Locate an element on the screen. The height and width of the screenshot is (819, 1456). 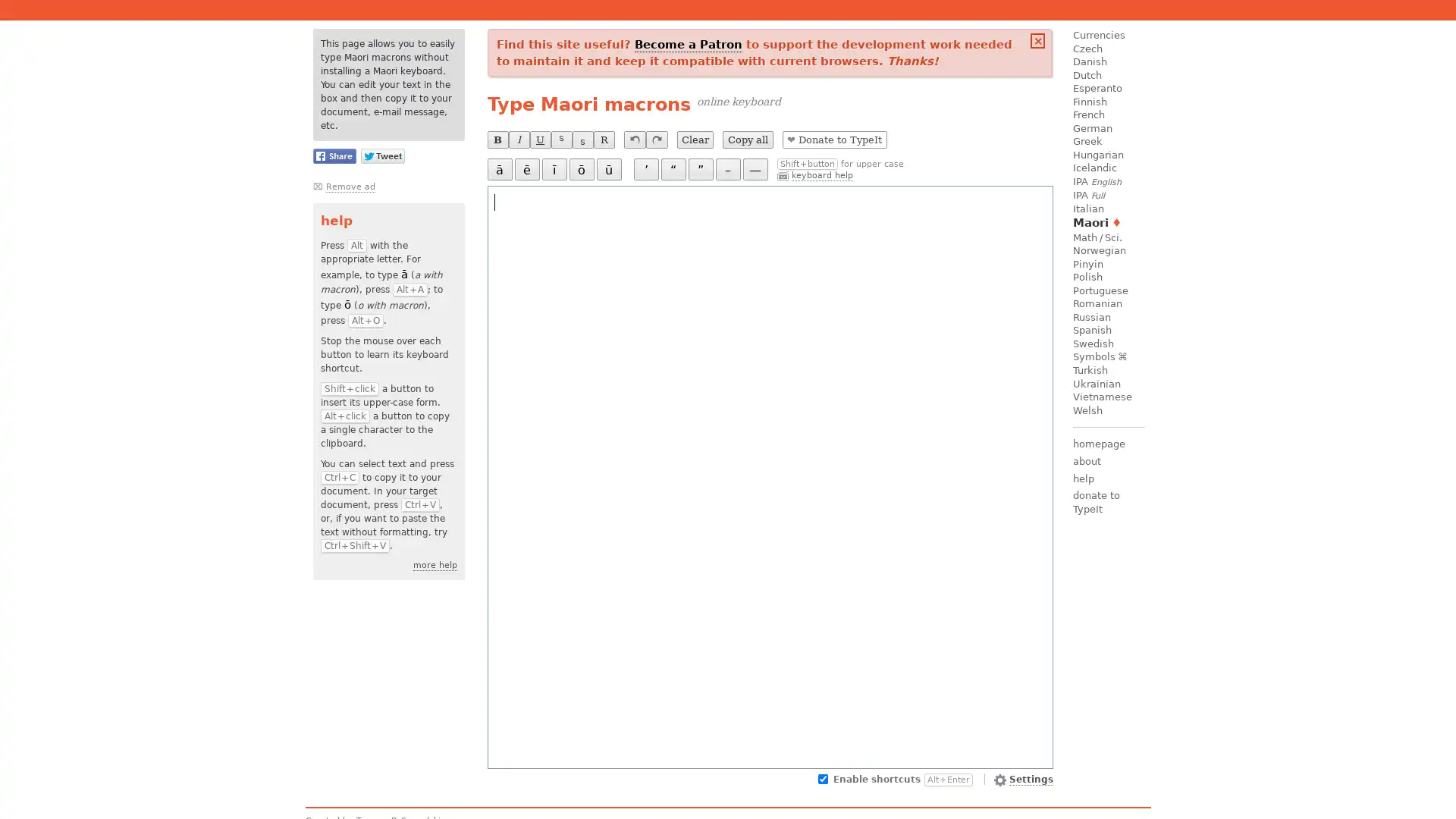
S is located at coordinates (582, 140).